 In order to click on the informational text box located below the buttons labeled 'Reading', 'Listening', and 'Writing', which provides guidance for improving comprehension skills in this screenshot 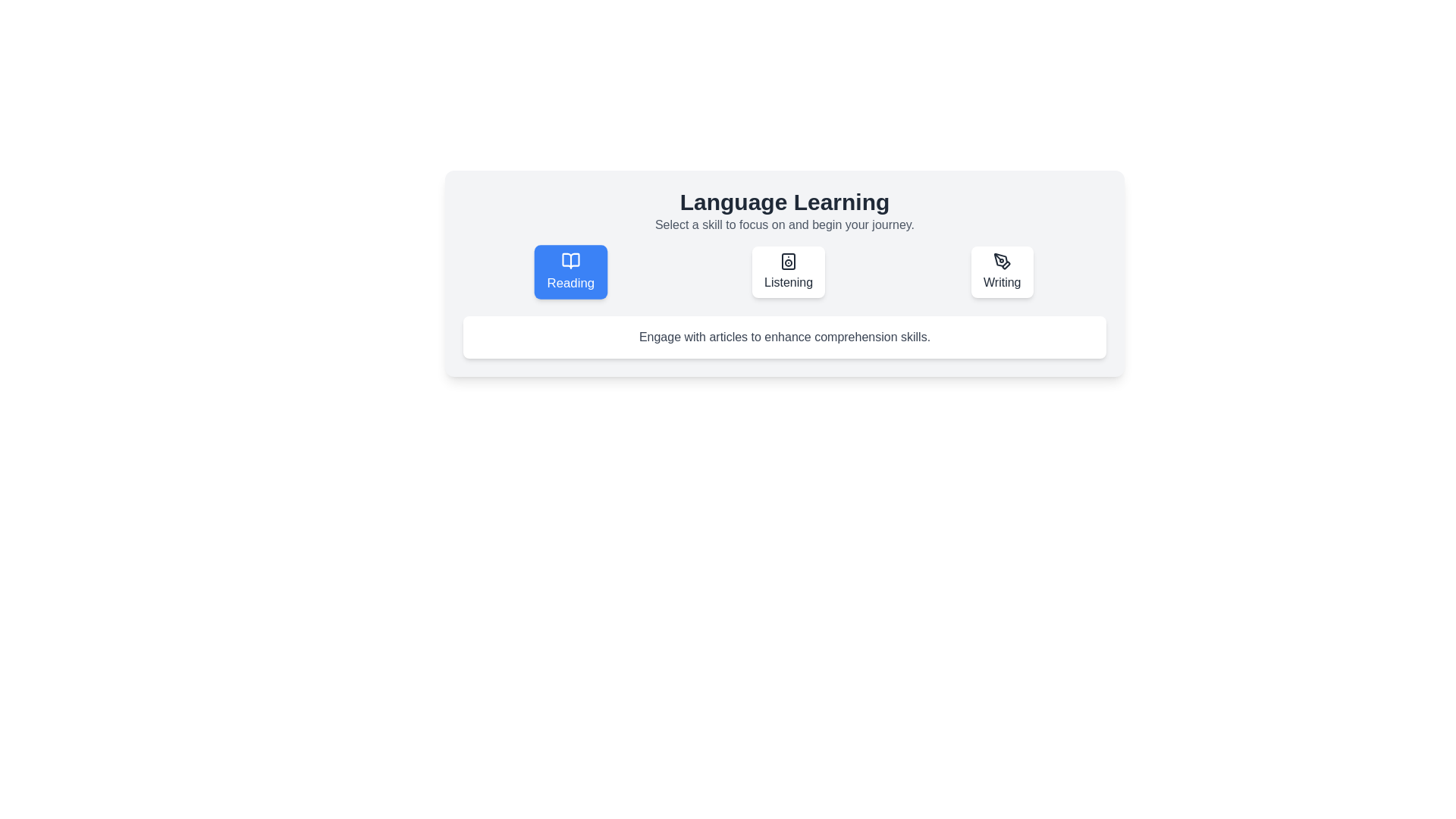, I will do `click(785, 336)`.